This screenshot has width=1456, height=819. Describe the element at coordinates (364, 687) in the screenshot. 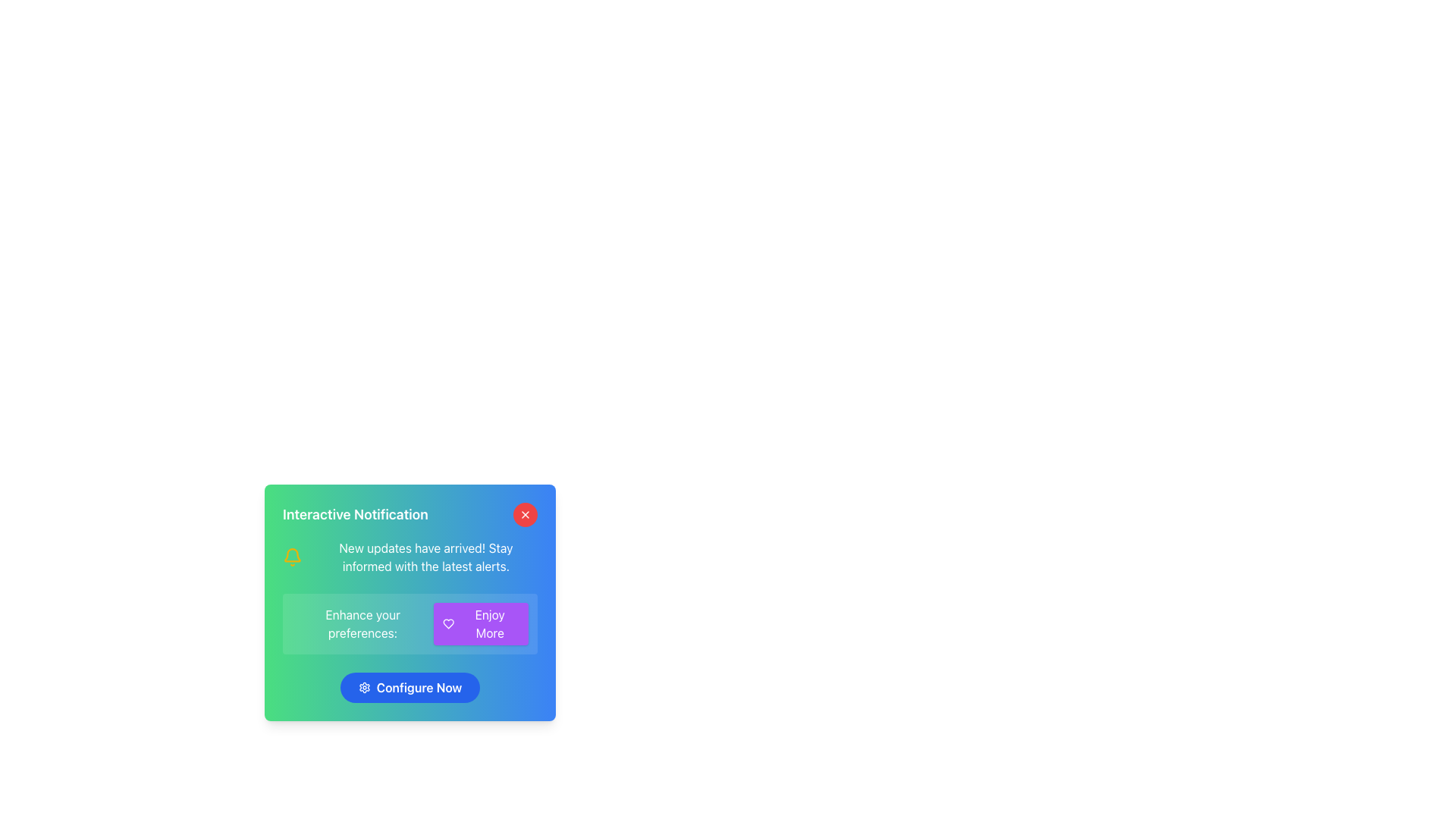

I see `the settings SVG icon located within the 'Configure Now' button on the notification card` at that location.